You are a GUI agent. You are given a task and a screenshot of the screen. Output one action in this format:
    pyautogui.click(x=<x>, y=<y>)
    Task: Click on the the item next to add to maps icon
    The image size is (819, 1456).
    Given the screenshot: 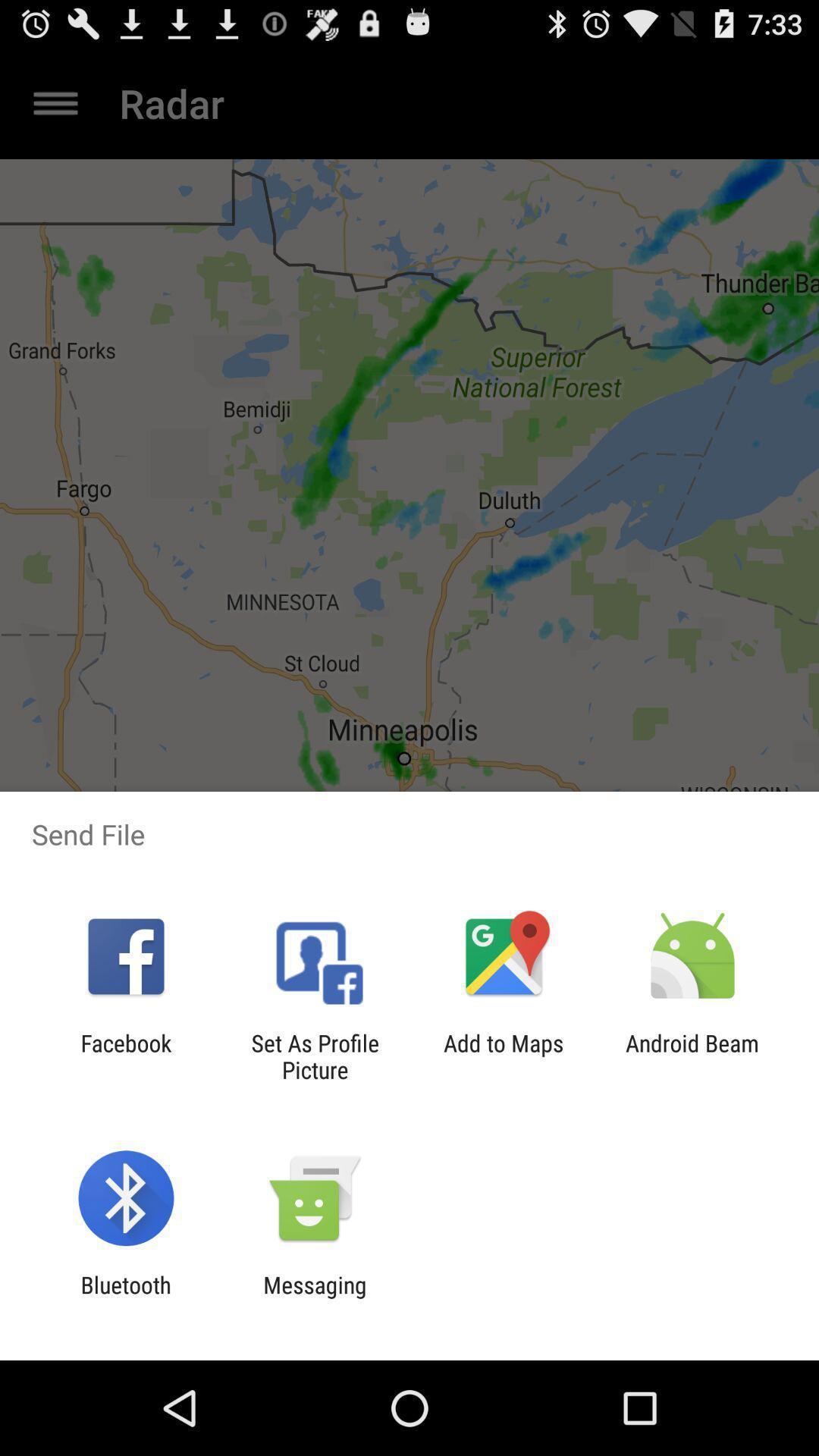 What is the action you would take?
    pyautogui.click(x=692, y=1056)
    